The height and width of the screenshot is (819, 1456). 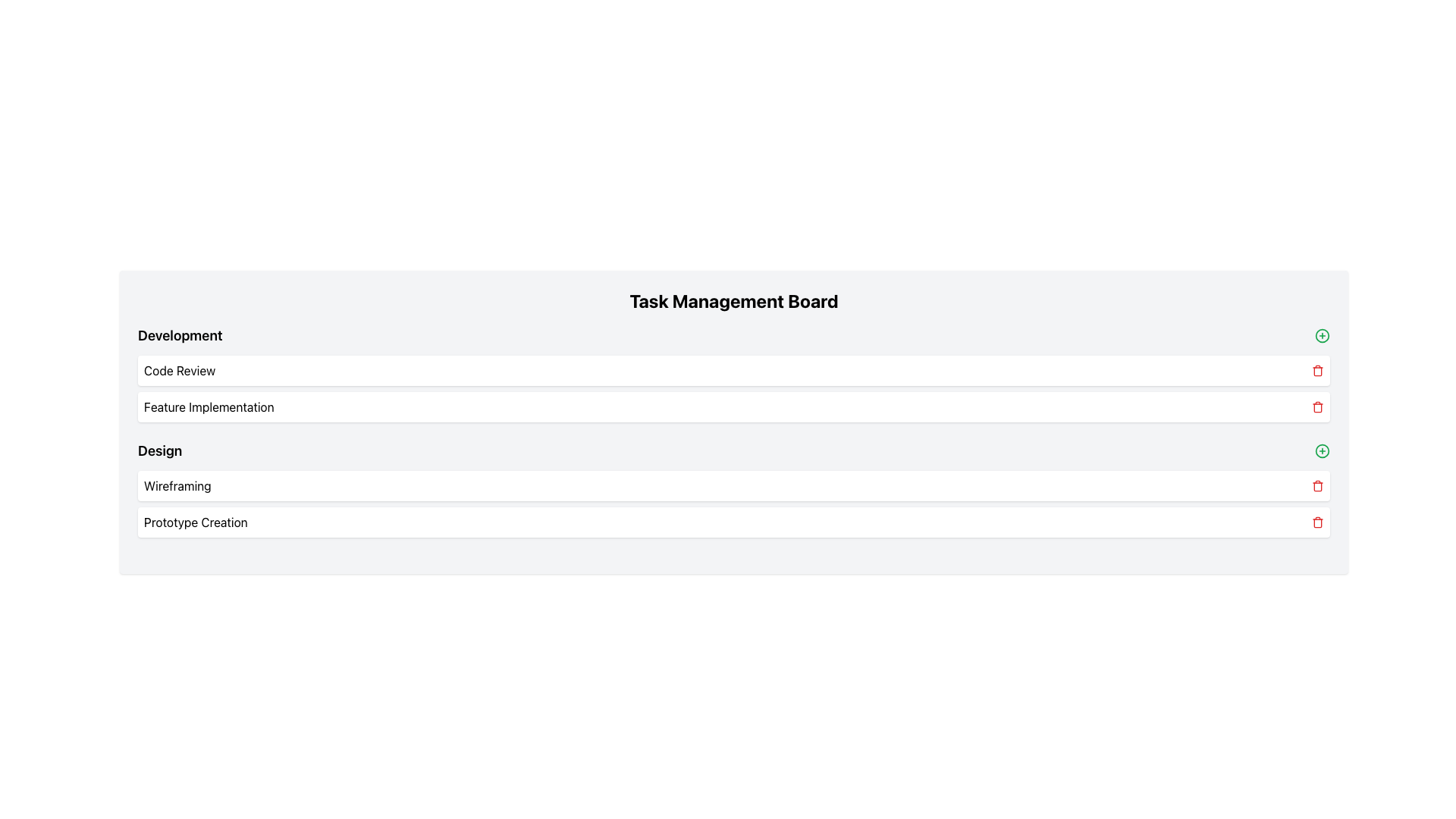 What do you see at coordinates (1316, 522) in the screenshot?
I see `the red trash icon button located at the far right of the 'Prototype Creation' row` at bounding box center [1316, 522].